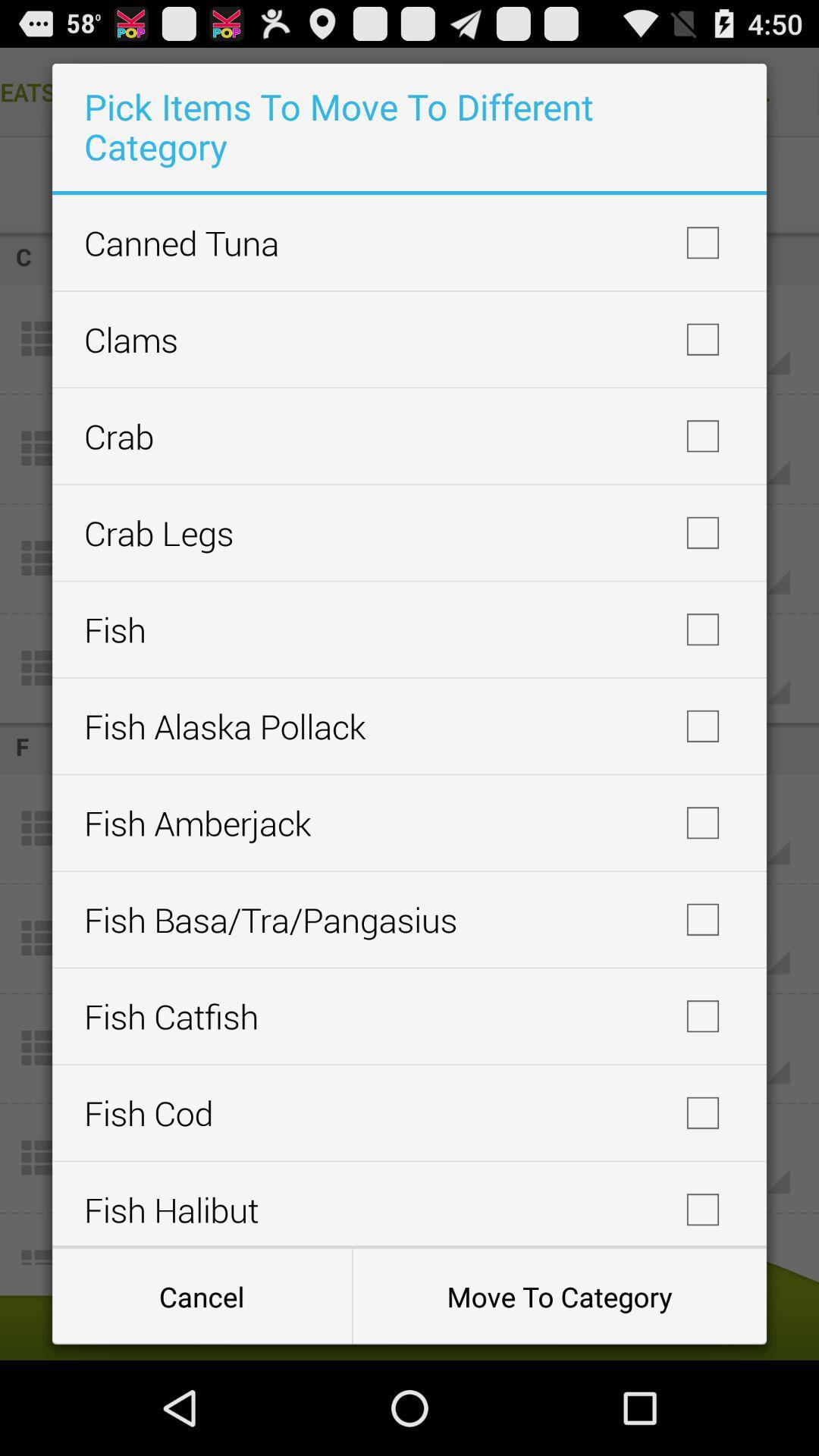 The width and height of the screenshot is (819, 1456). What do you see at coordinates (201, 1295) in the screenshot?
I see `icon below fish halibut checkbox` at bounding box center [201, 1295].